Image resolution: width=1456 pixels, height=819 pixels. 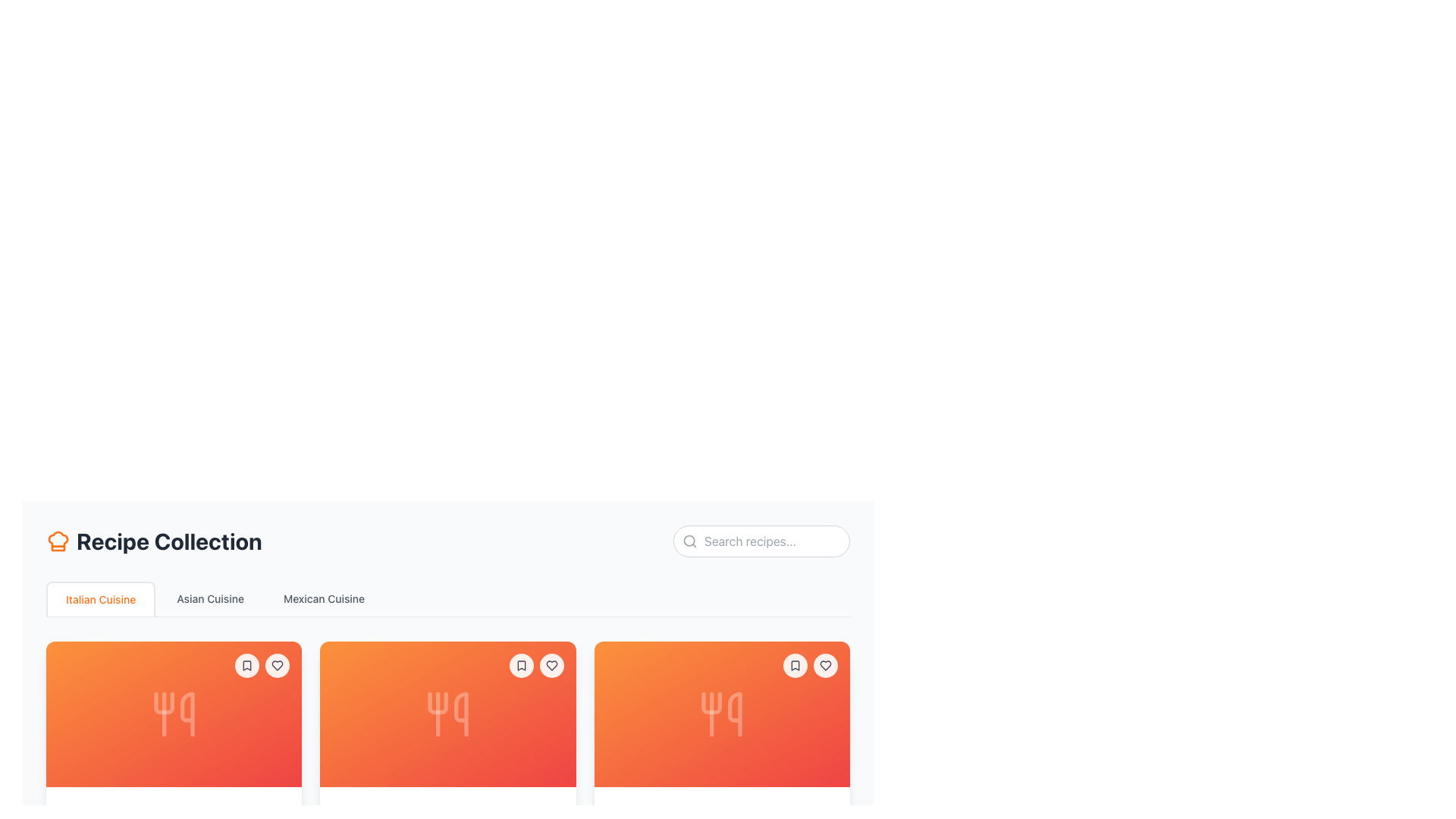 What do you see at coordinates (58, 540) in the screenshot?
I see `the culinary-themed icon located to the left of the 'Recipe Collection' text in the header section` at bounding box center [58, 540].